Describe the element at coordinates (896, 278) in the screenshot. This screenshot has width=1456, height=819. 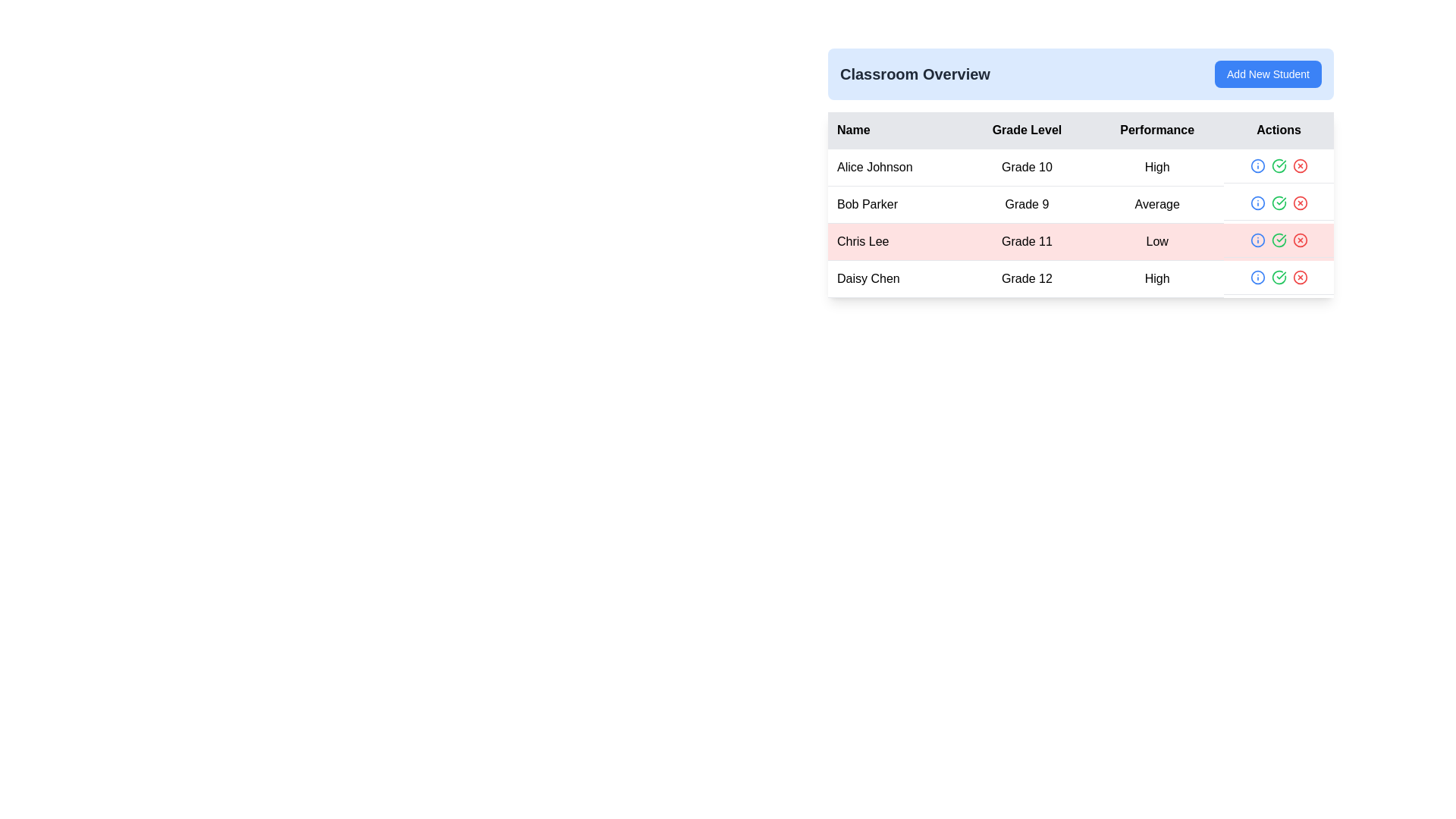
I see `the static text element displaying 'Daisy Chen' located in the fourth row under the 'Name' column of a table` at that location.